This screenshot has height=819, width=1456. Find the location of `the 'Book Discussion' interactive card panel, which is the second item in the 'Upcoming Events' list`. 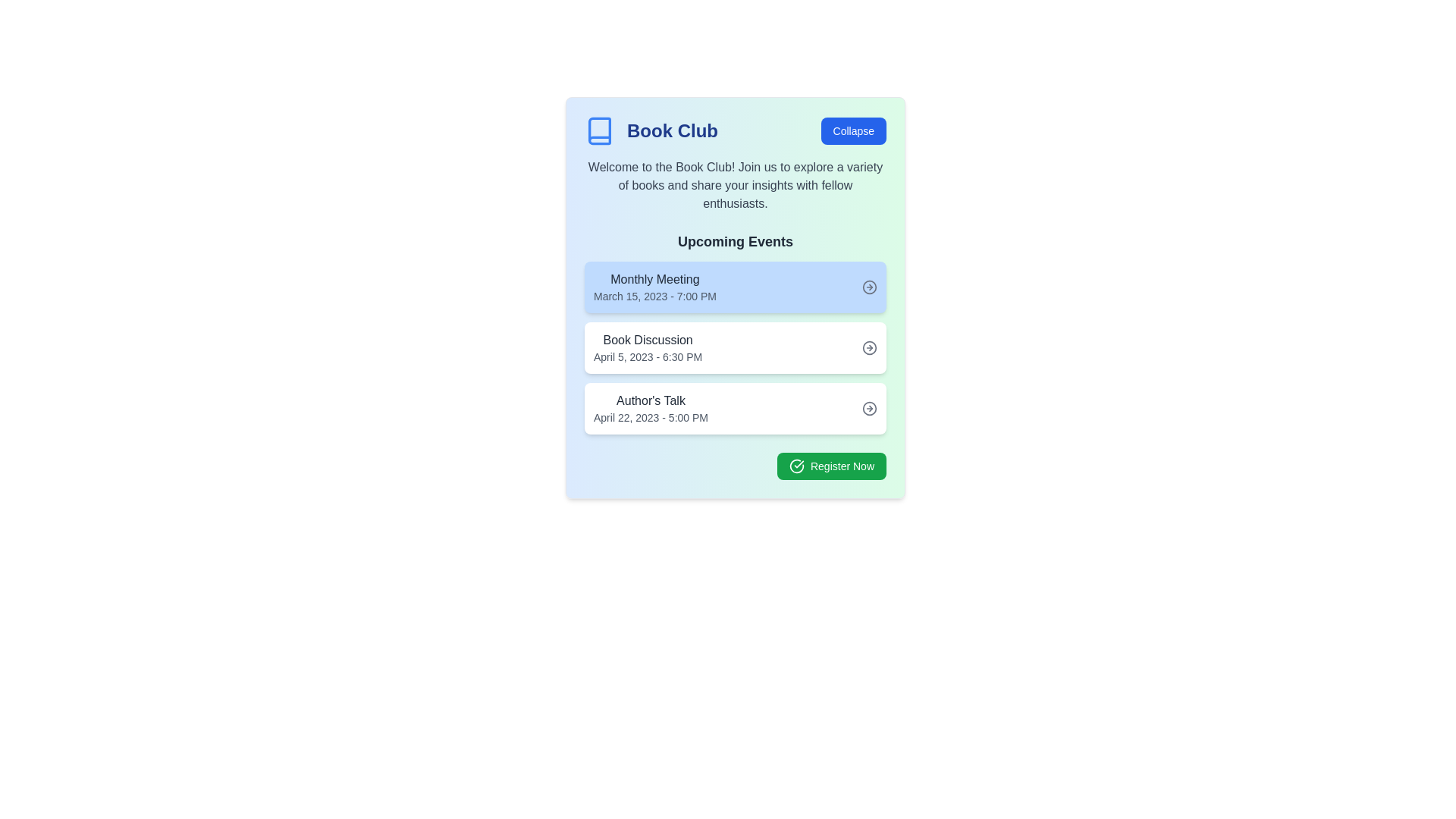

the 'Book Discussion' interactive card panel, which is the second item in the 'Upcoming Events' list is located at coordinates (735, 348).